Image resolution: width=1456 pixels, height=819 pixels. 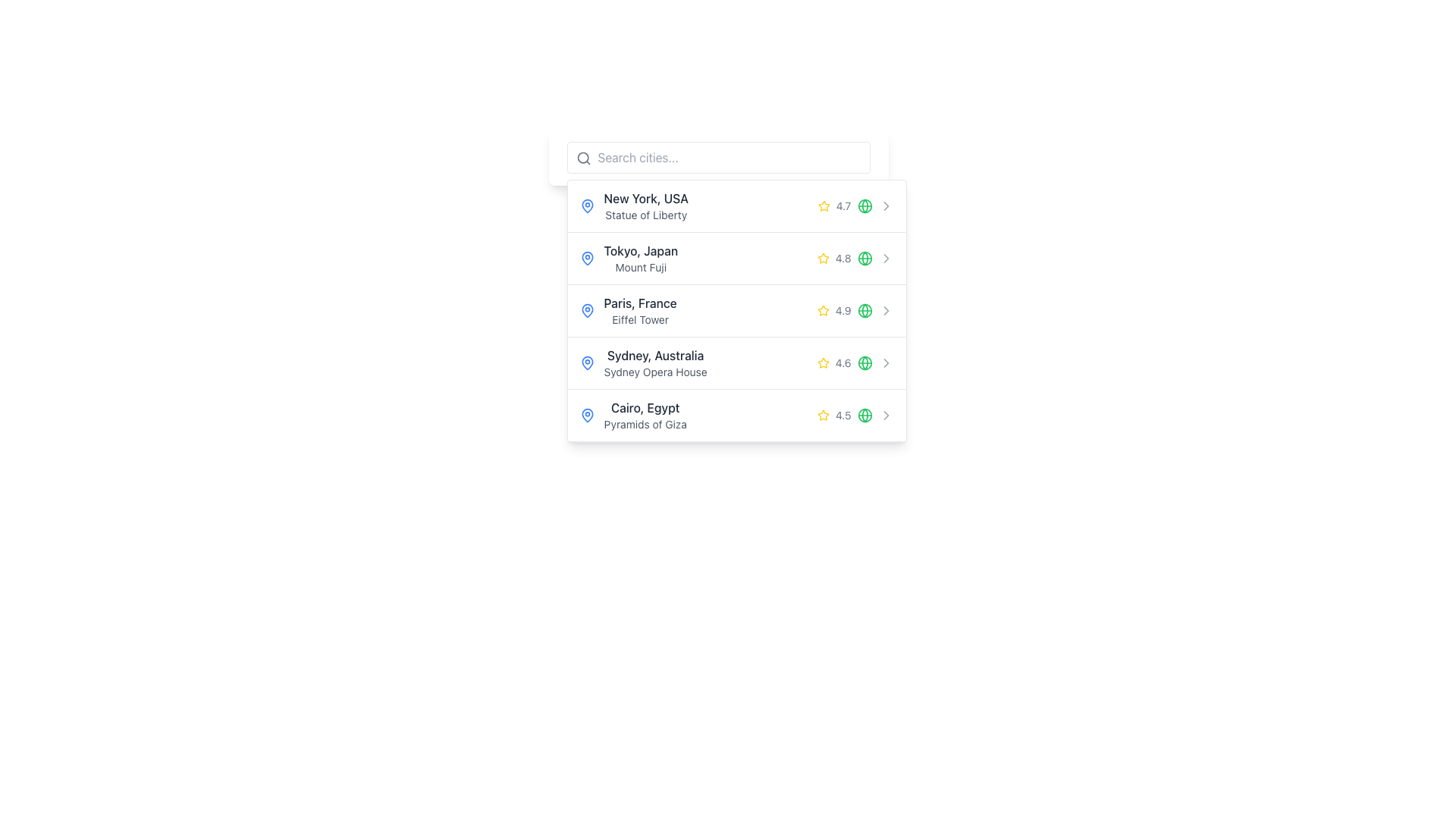 What do you see at coordinates (640, 309) in the screenshot?
I see `to select the location displayed as 'Paris, France' in the vertical list of city-related information, located between the blue marker icon and the numerical rating` at bounding box center [640, 309].